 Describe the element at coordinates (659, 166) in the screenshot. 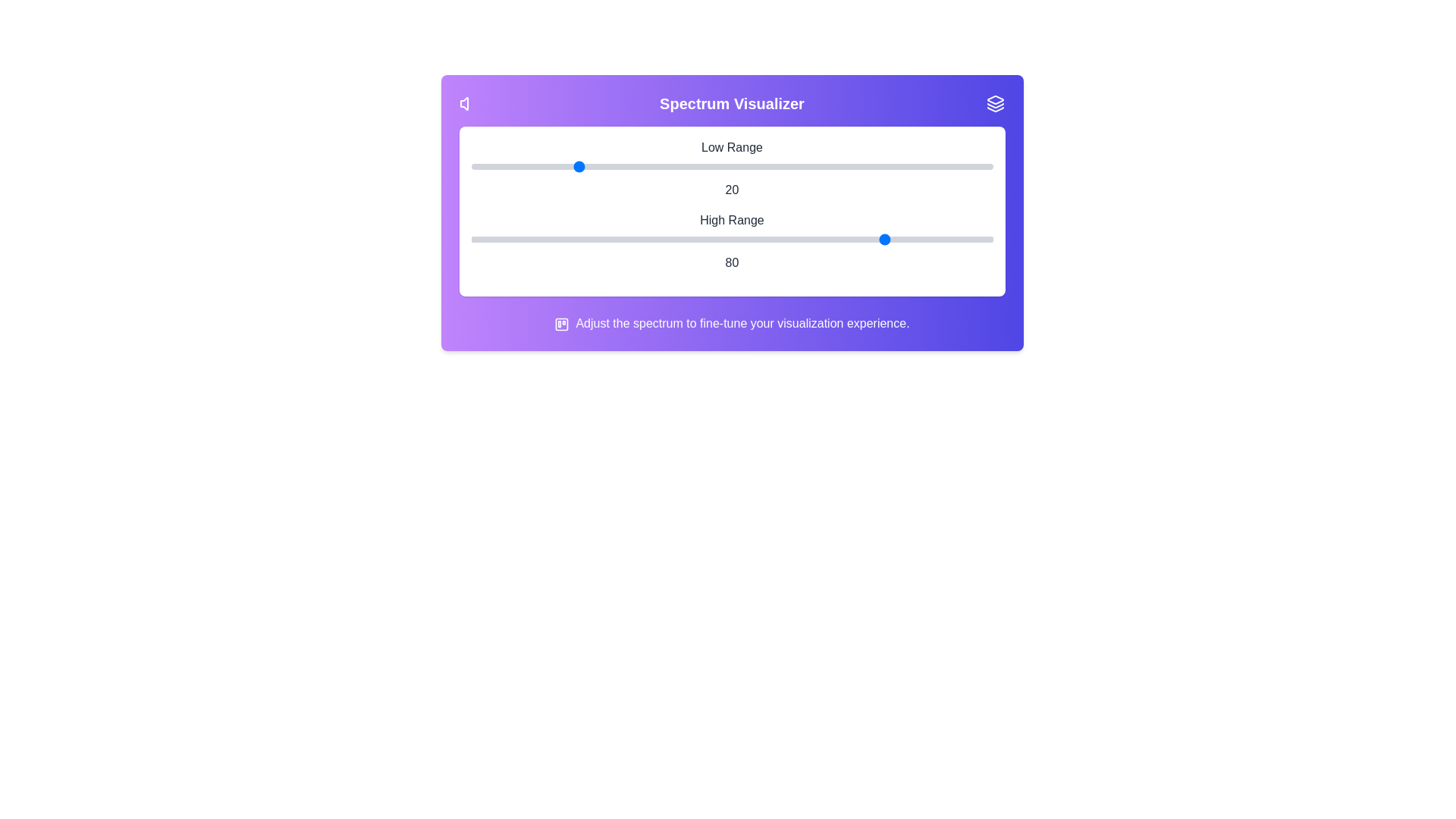

I see `the low range slider to 36` at that location.